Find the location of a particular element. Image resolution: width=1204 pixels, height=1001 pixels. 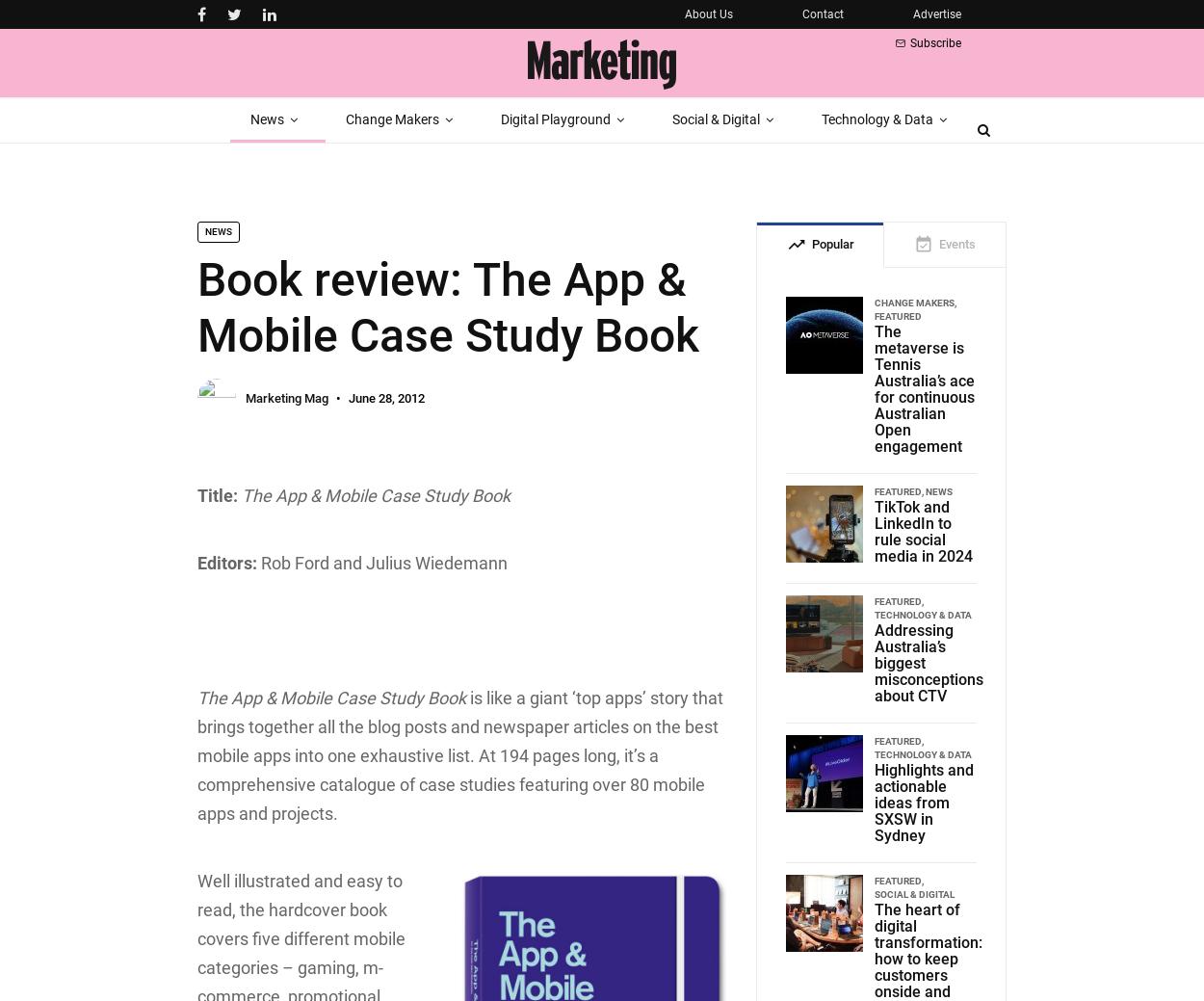

'Social & Digital' is located at coordinates (874, 894).